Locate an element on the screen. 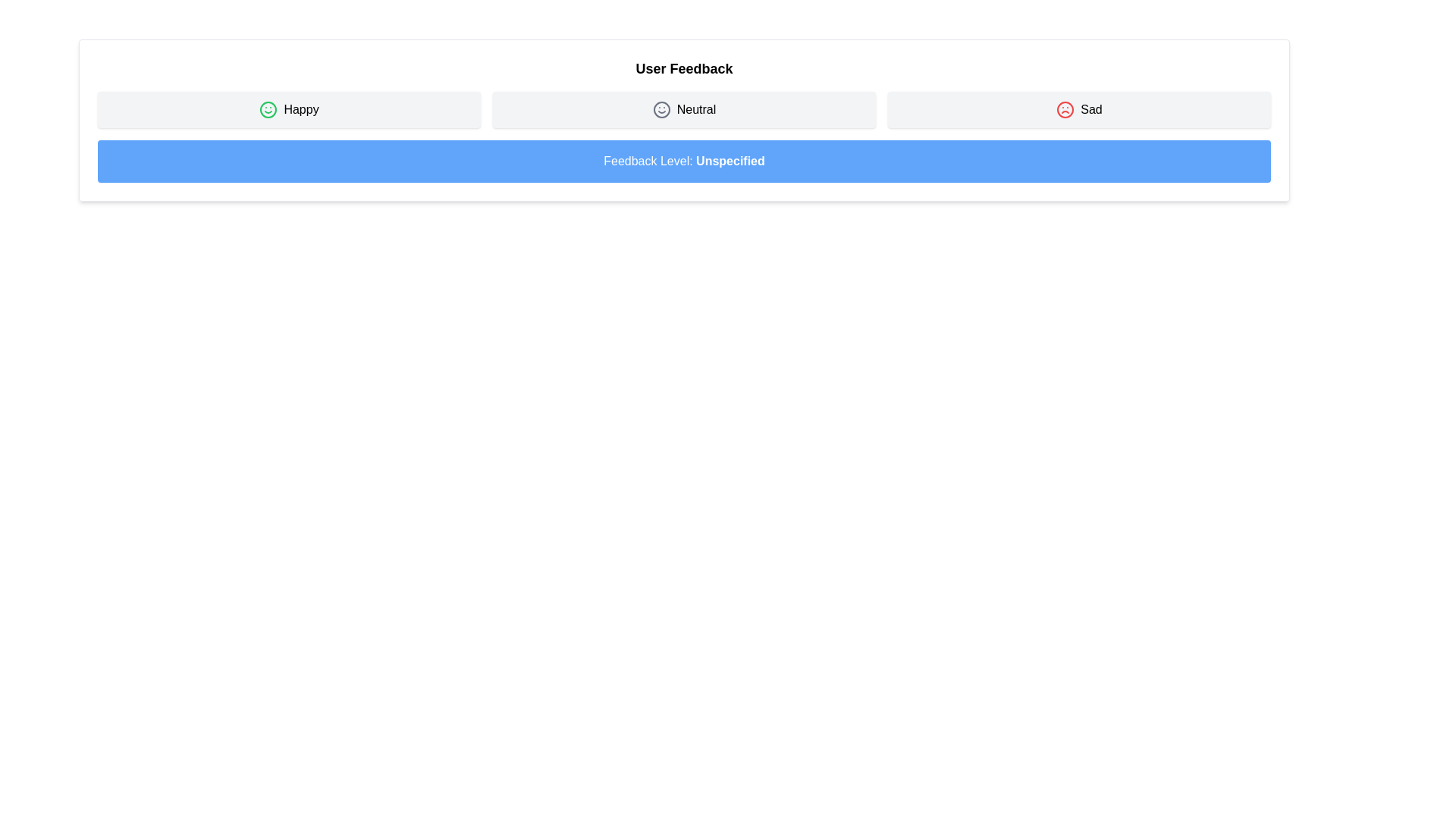 The width and height of the screenshot is (1456, 819). the text label that displays the word 'Happy', which is next to a green smiling face icon, part of the sentiment options in the upper portion of the interface is located at coordinates (301, 109).